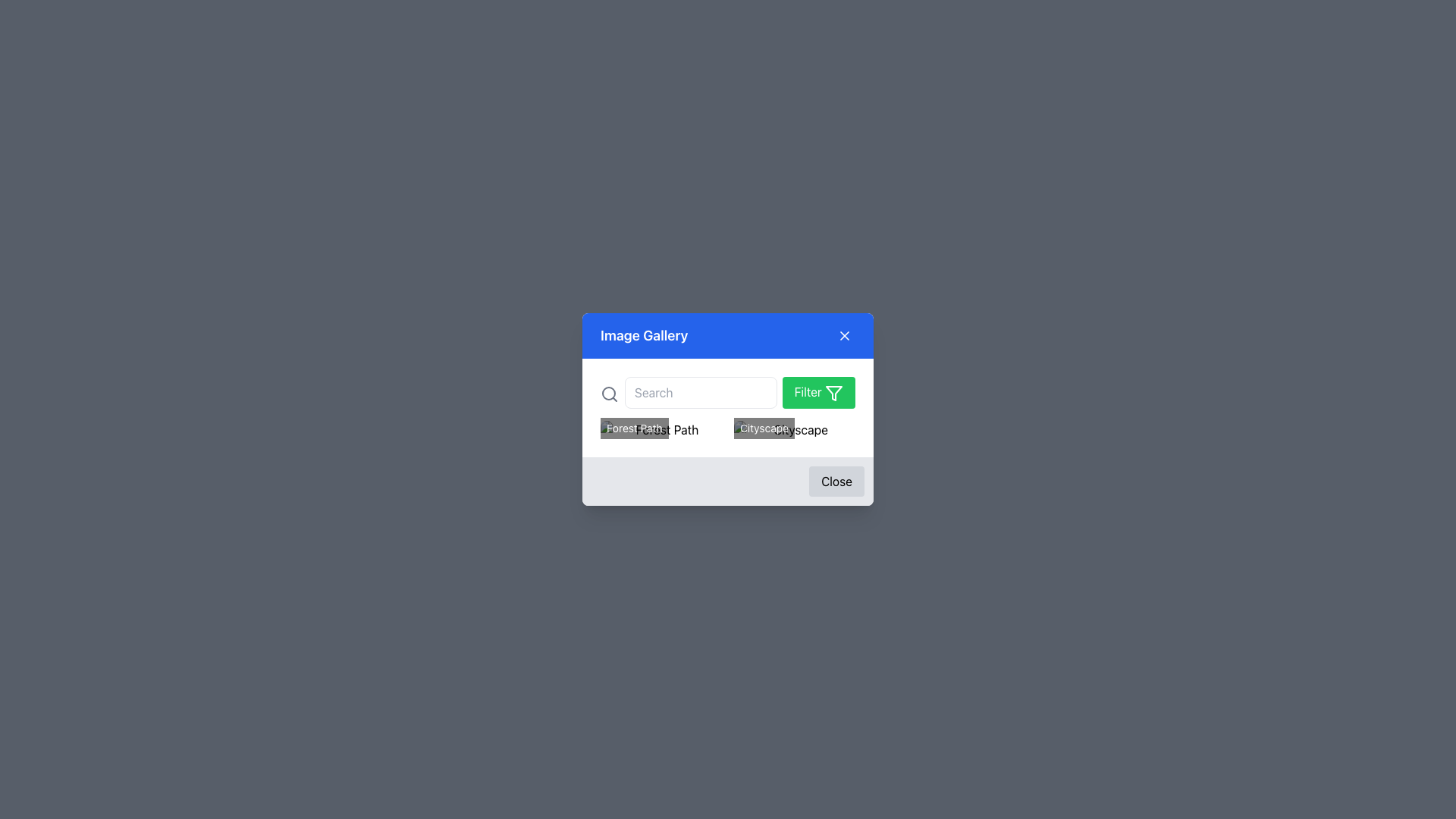  What do you see at coordinates (843, 335) in the screenshot?
I see `the circular button with an 'X' symbol located in the top-right corner of the 'Image Gallery' header in the modal window` at bounding box center [843, 335].